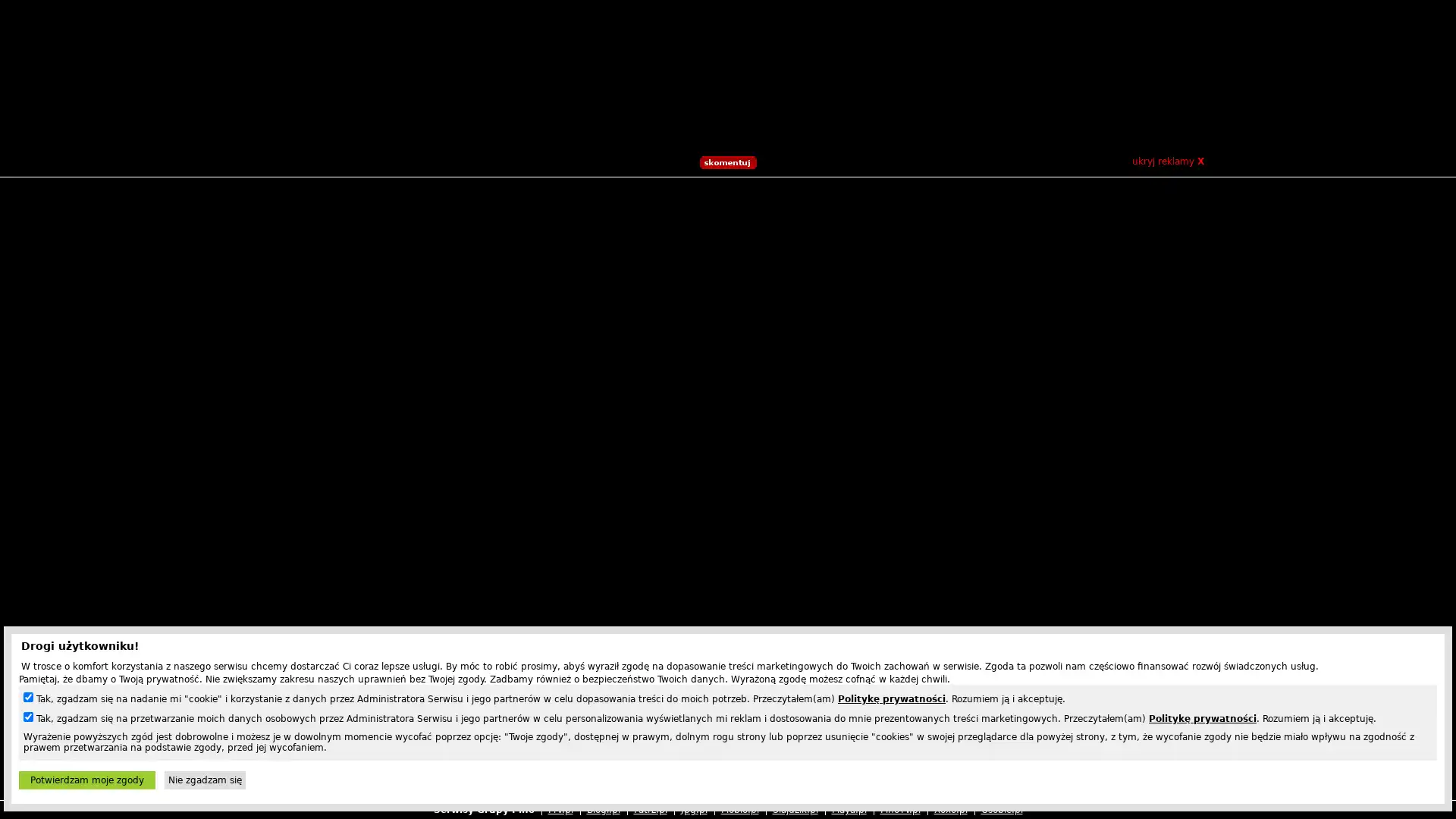 The width and height of the screenshot is (1456, 819). I want to click on Potwierdzam moje zgody, so click(86, 780).